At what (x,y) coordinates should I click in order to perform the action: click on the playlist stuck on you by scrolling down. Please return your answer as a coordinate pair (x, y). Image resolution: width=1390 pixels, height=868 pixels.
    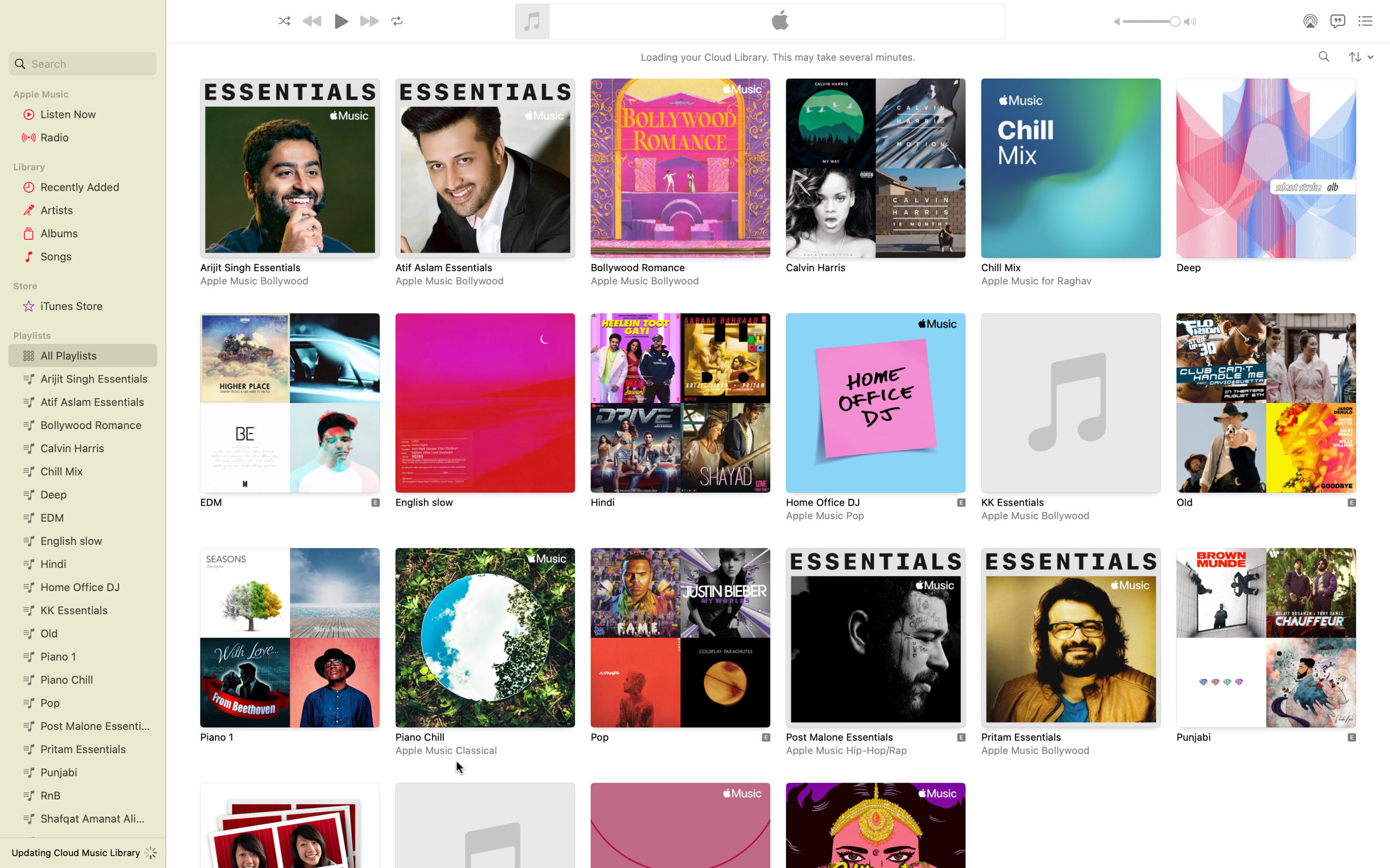
    Looking at the image, I should click on (2619455, 958272).